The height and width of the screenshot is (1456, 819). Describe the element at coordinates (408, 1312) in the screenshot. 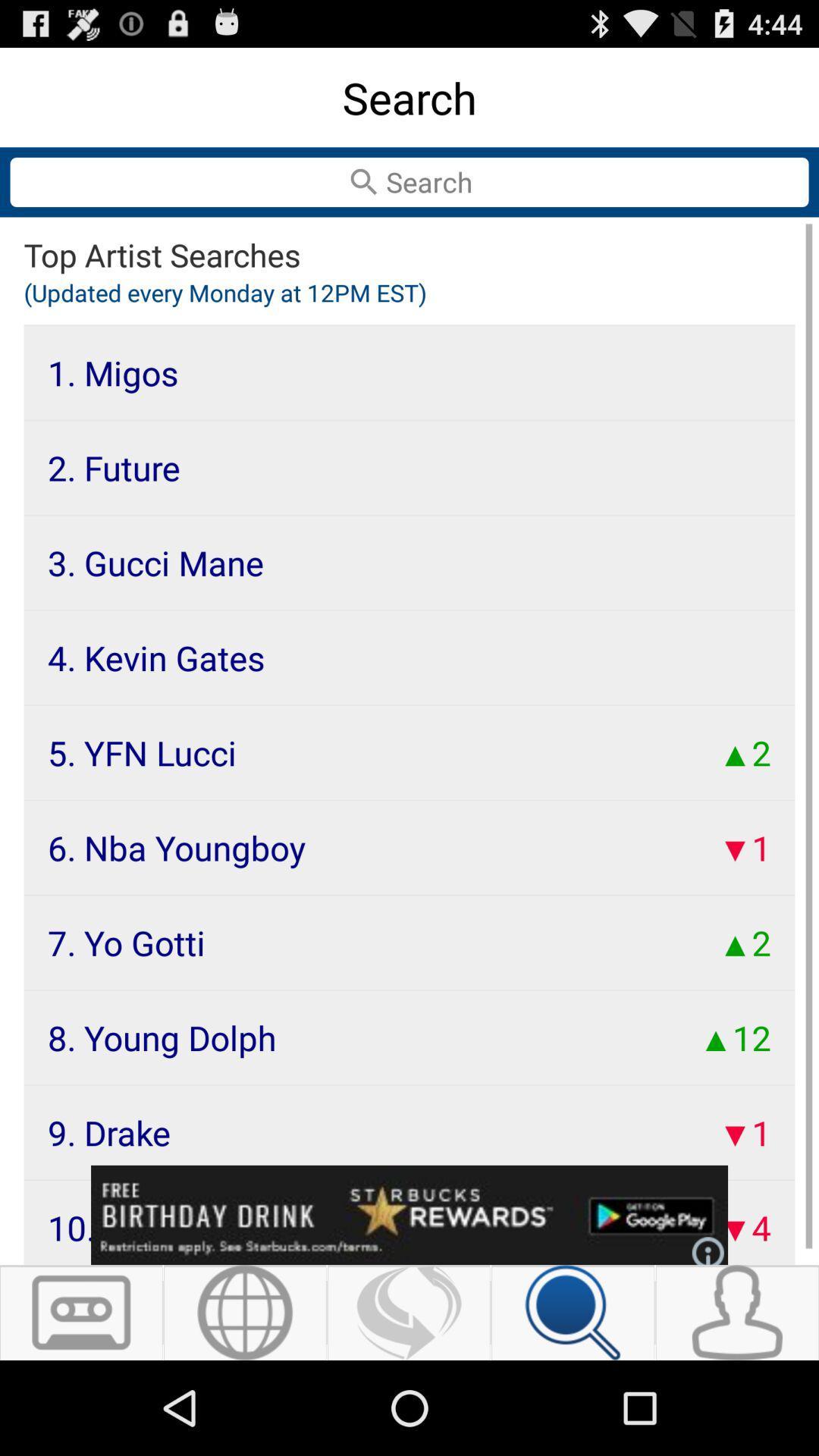

I see `refresh` at that location.